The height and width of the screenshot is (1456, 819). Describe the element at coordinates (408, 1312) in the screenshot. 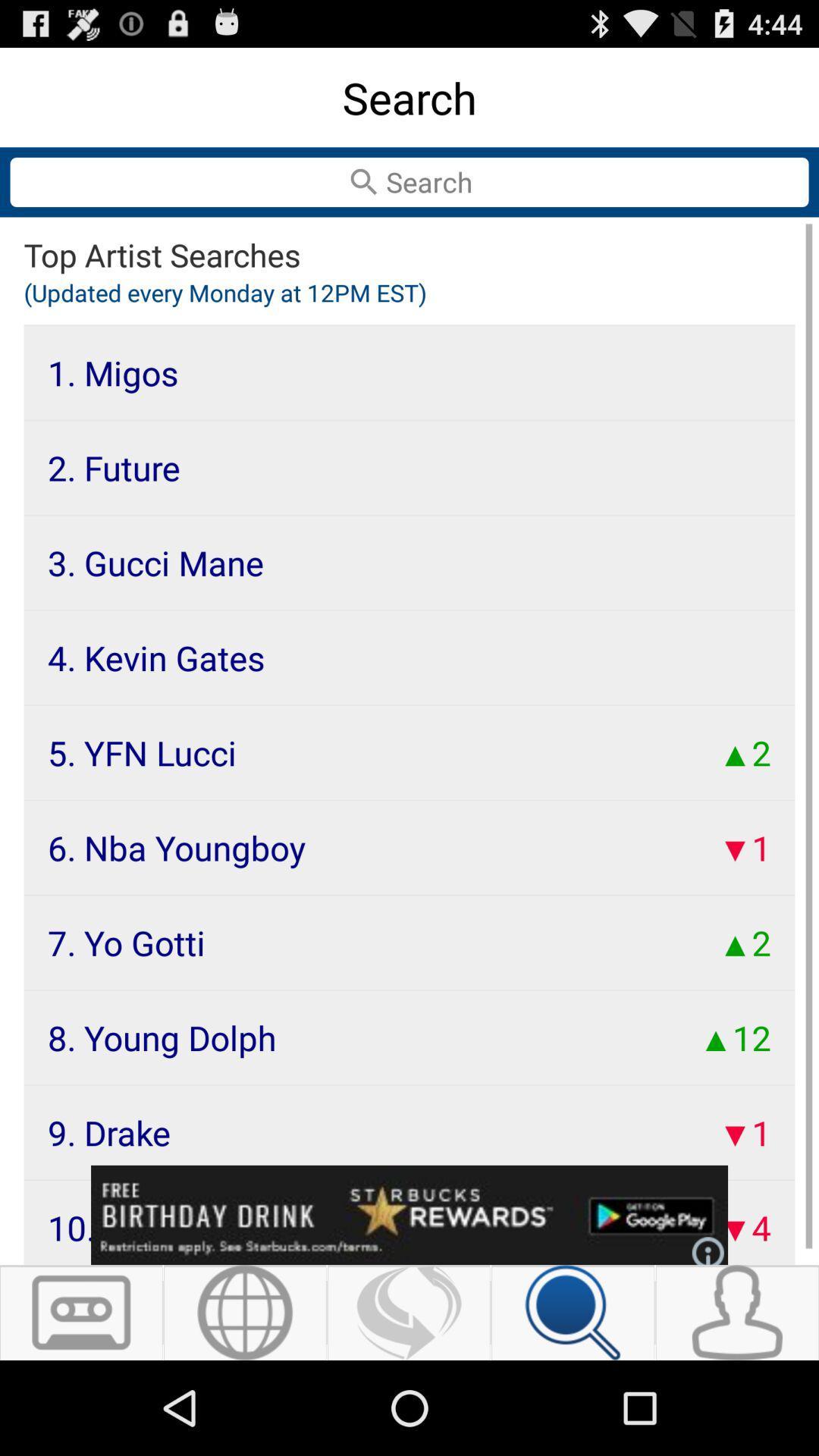

I see `refresh` at that location.